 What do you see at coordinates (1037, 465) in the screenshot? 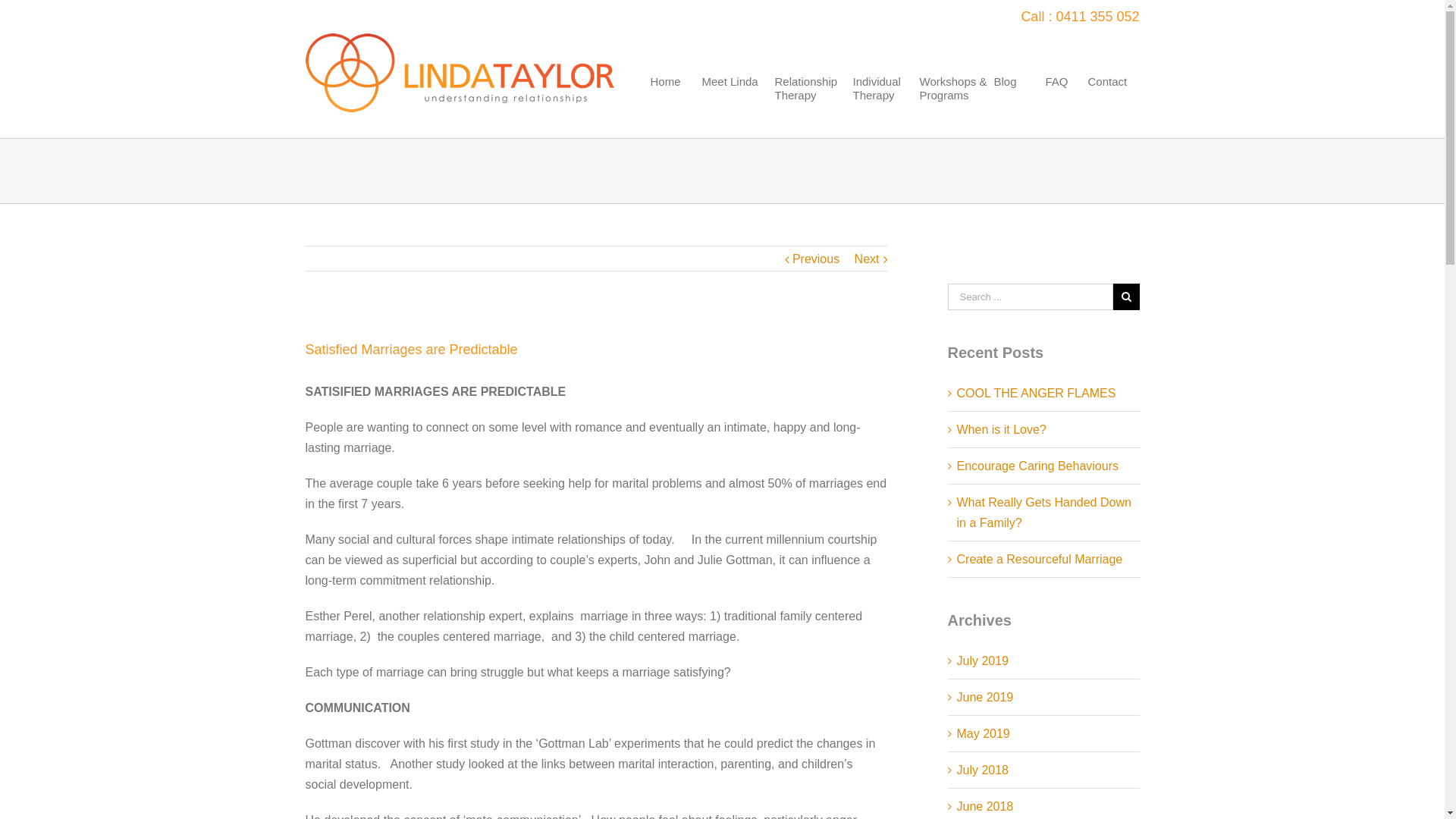
I see `'Encourage Caring Behaviours'` at bounding box center [1037, 465].